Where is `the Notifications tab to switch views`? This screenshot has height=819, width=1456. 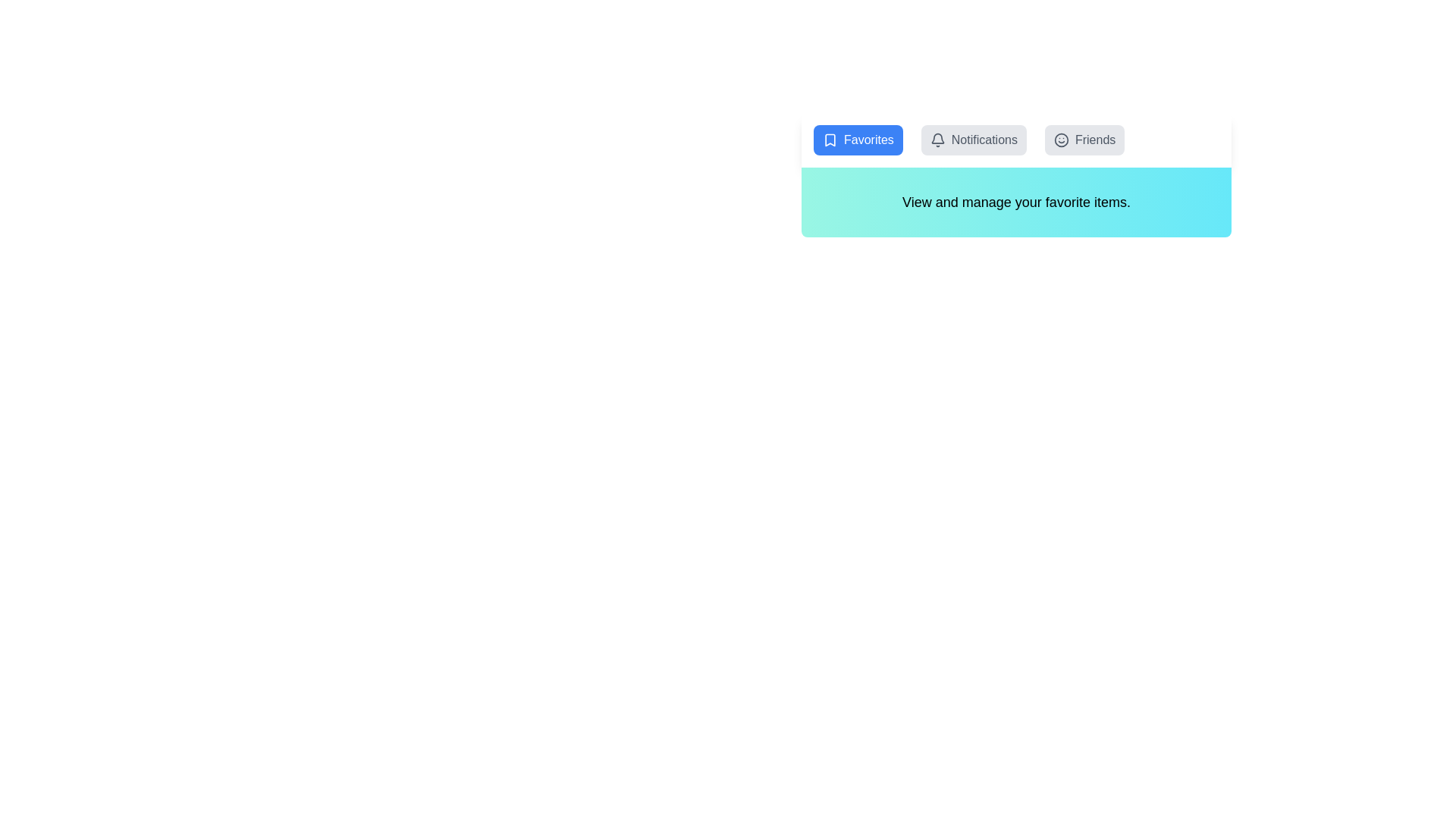 the Notifications tab to switch views is located at coordinates (974, 140).